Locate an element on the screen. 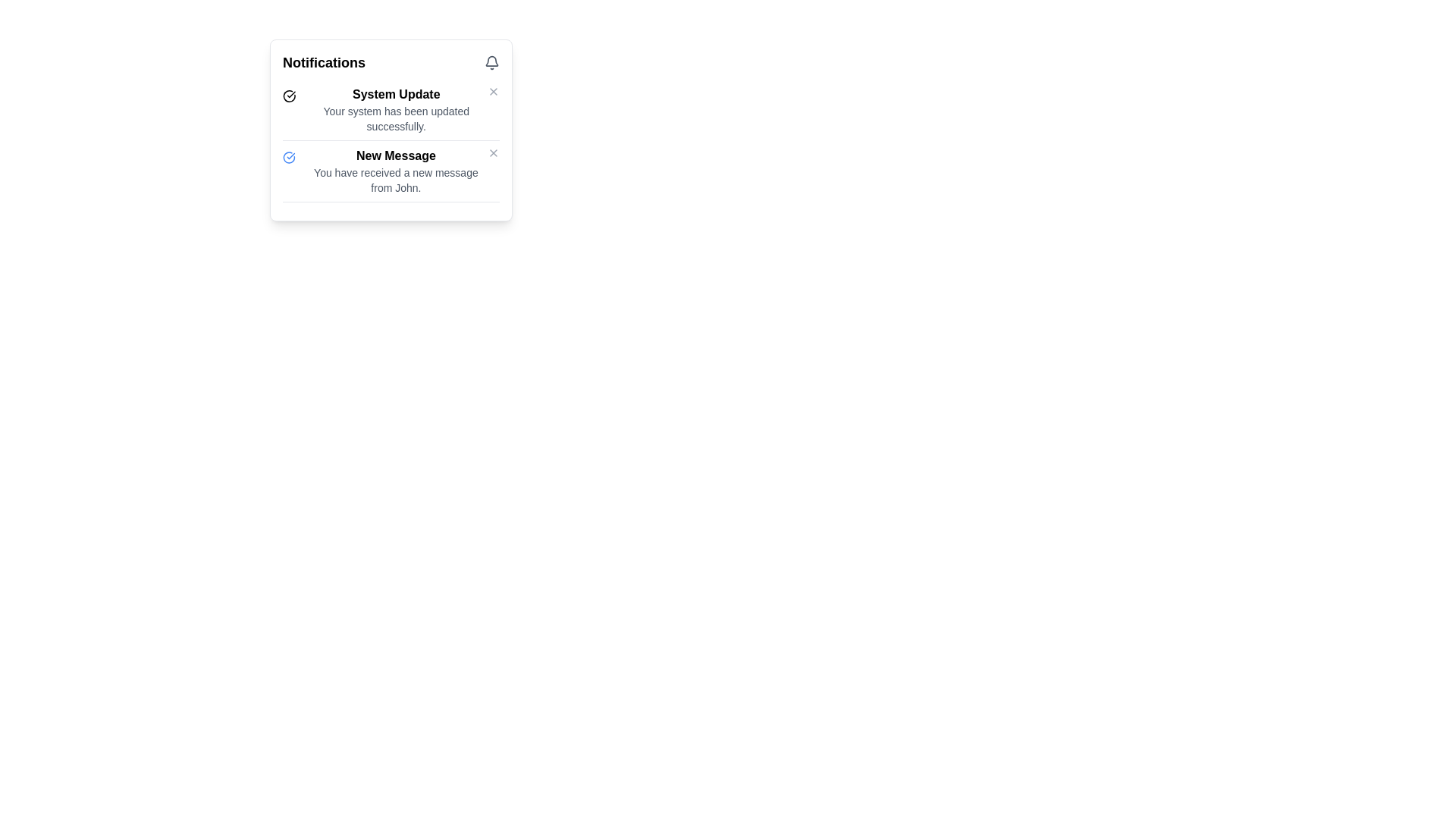 This screenshot has width=1456, height=819. the notification entry about a received message, which is the second item in the notification panel below 'System Update' is located at coordinates (396, 171).